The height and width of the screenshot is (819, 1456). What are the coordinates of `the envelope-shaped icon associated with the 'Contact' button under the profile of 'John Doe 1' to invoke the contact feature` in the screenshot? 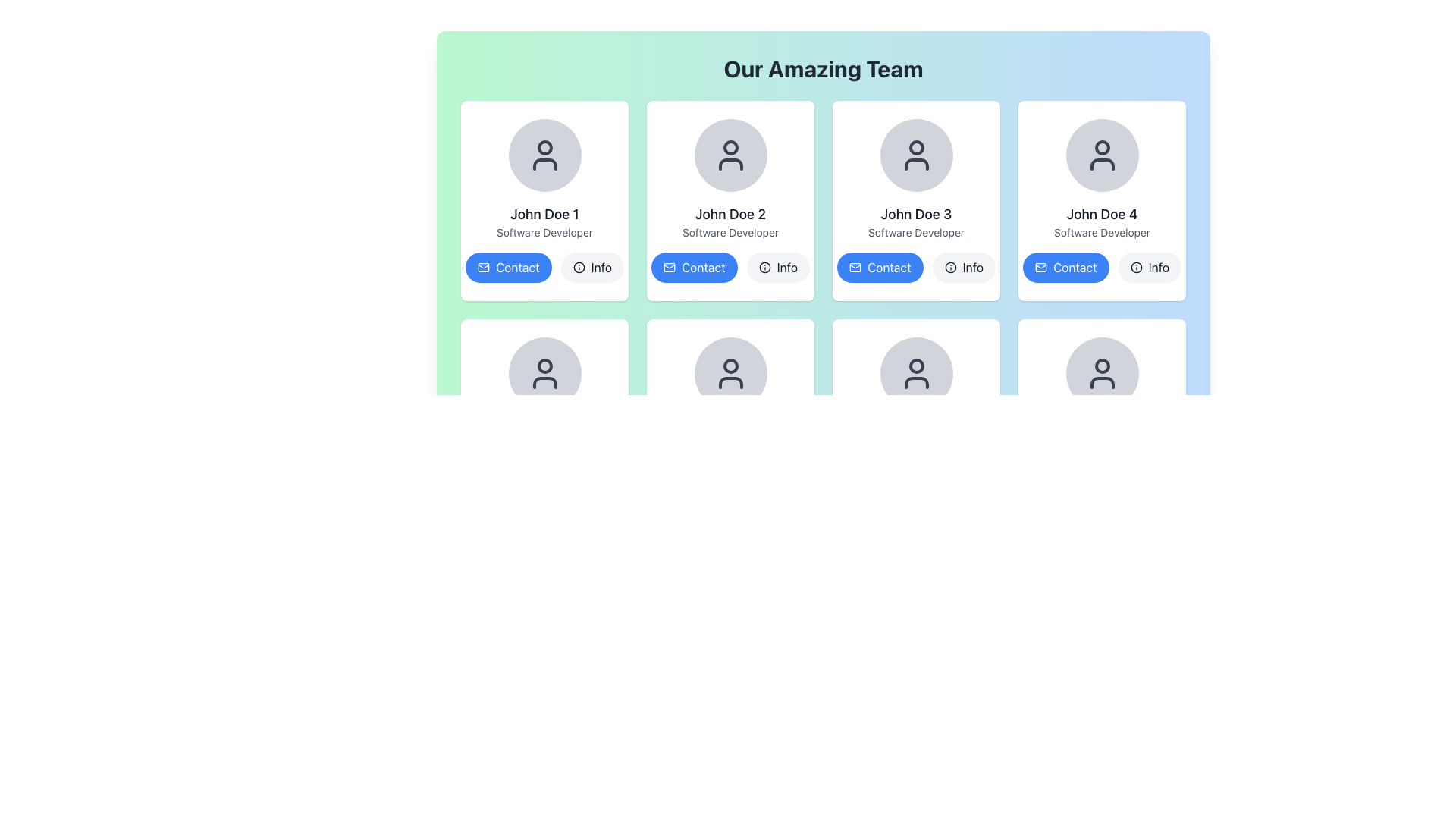 It's located at (483, 267).